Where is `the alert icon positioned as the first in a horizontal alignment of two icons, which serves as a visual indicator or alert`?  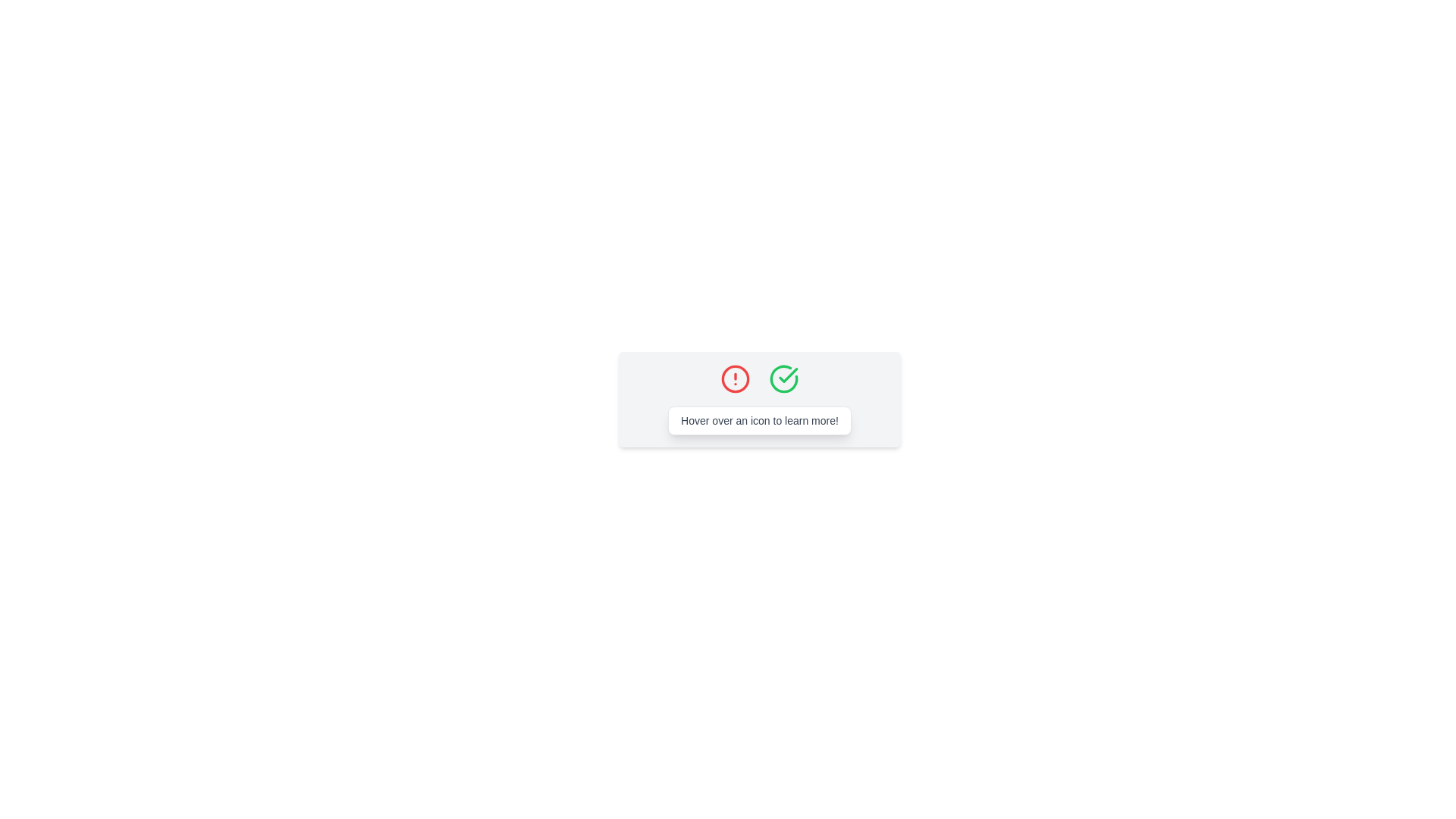 the alert icon positioned as the first in a horizontal alignment of two icons, which serves as a visual indicator or alert is located at coordinates (735, 378).